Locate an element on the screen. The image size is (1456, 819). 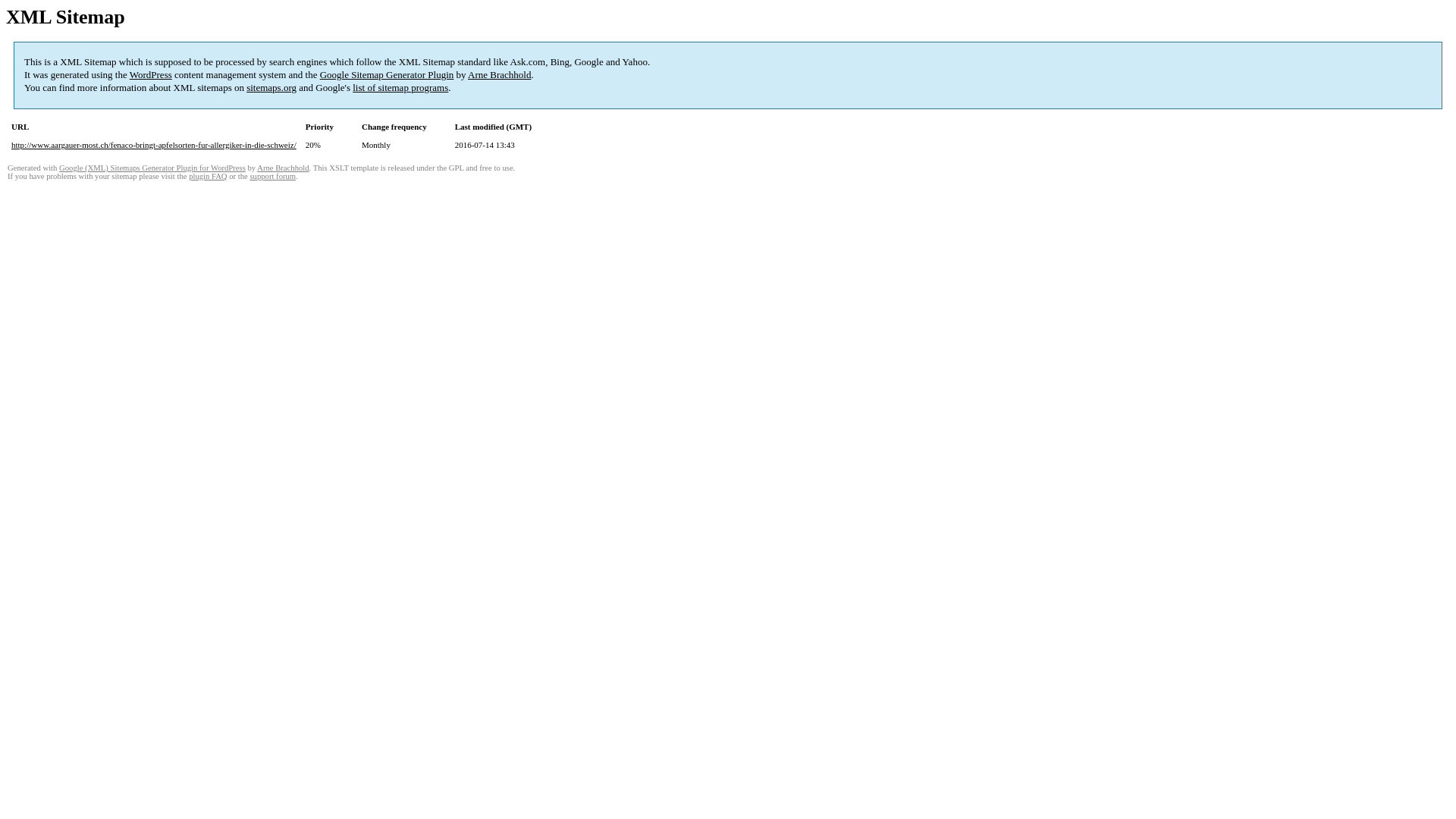
'plugin FAQ' is located at coordinates (206, 175).